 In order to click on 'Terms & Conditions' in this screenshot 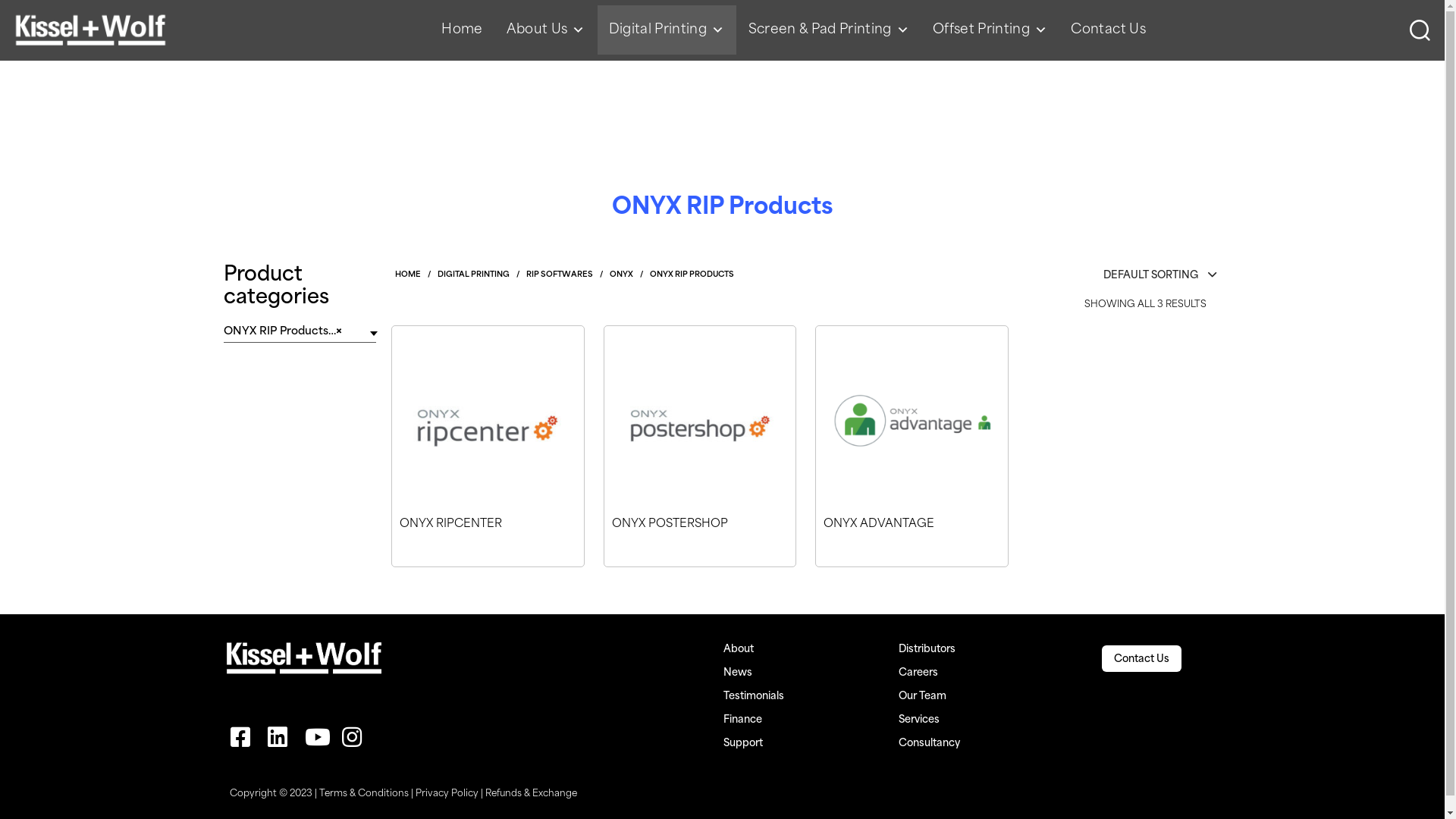, I will do `click(362, 793)`.